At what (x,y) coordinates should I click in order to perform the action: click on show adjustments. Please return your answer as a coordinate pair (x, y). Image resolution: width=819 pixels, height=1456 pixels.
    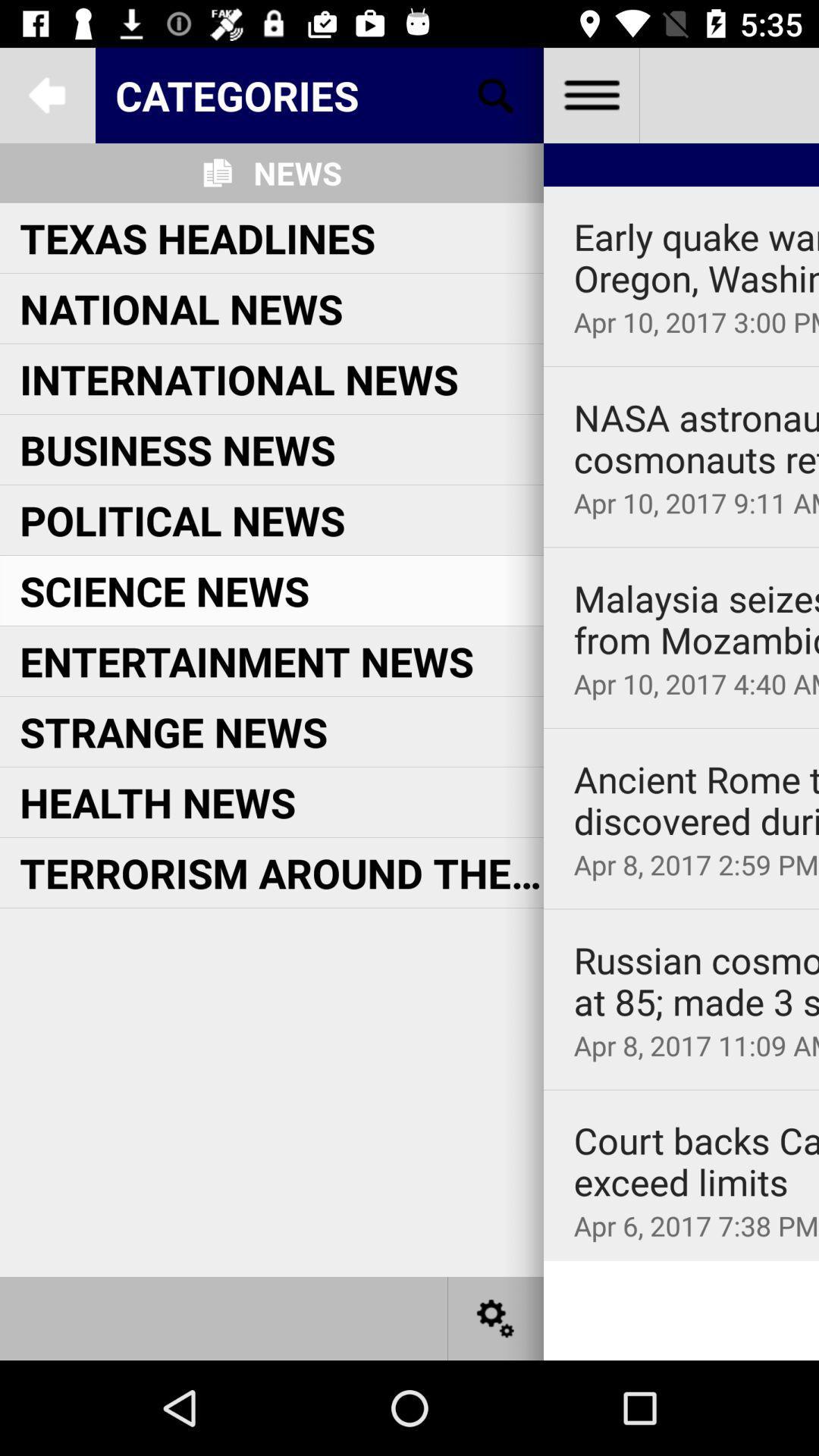
    Looking at the image, I should click on (496, 1317).